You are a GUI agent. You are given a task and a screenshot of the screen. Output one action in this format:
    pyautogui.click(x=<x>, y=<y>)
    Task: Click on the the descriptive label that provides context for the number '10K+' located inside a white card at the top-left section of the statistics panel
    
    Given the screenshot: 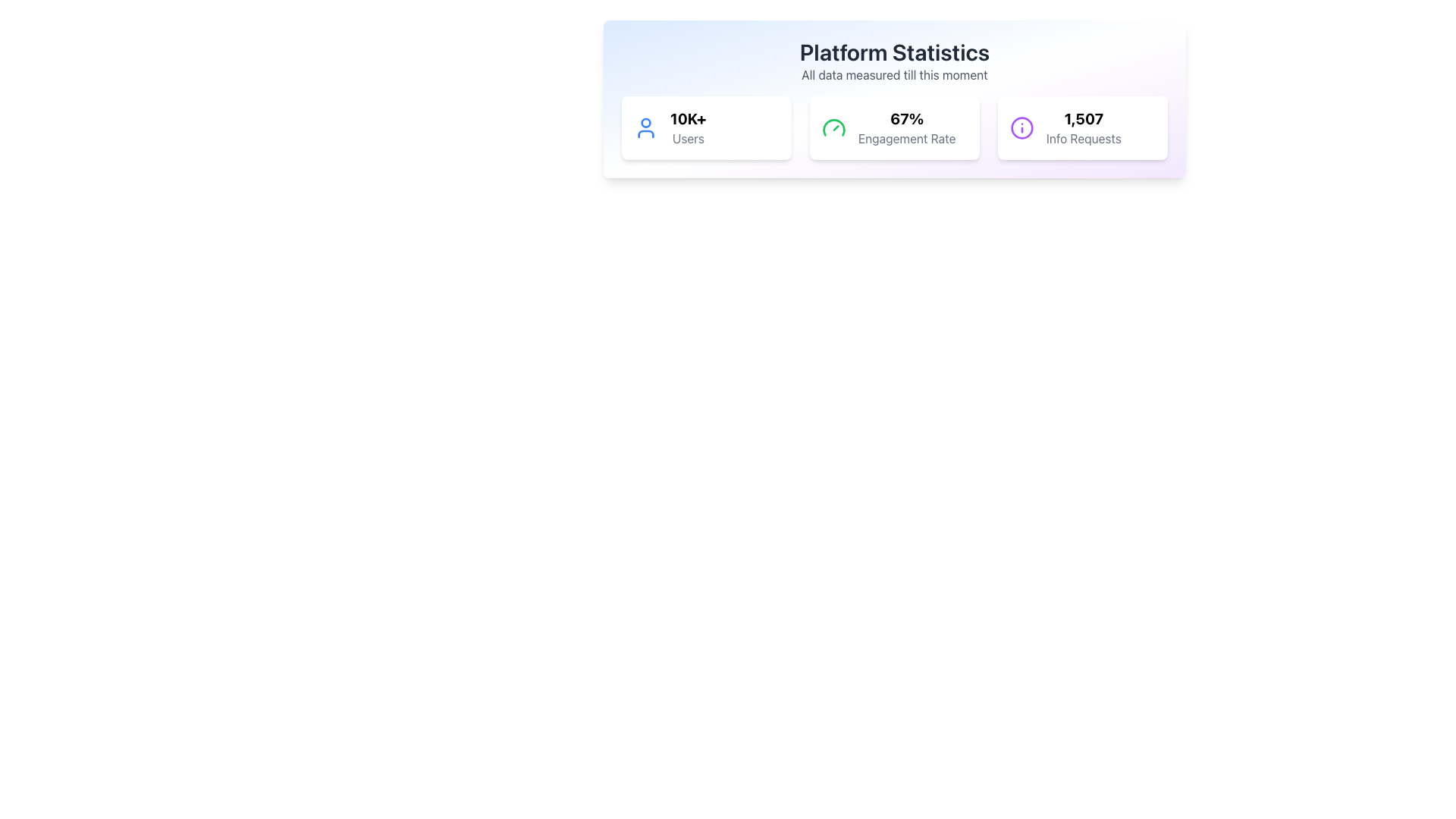 What is the action you would take?
    pyautogui.click(x=687, y=138)
    